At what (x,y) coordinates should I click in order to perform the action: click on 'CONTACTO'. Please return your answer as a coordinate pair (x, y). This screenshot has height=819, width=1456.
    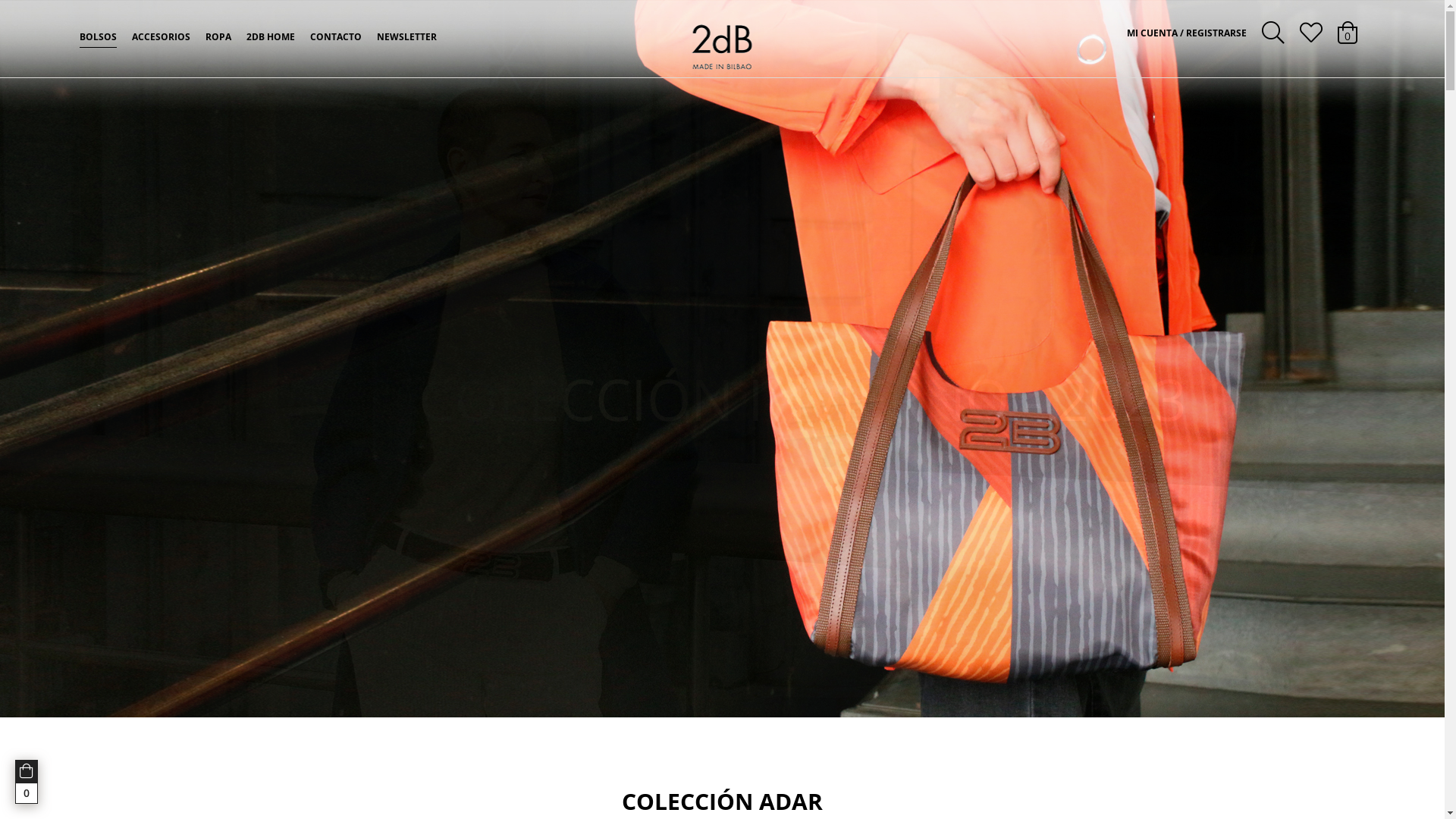
    Looking at the image, I should click on (334, 36).